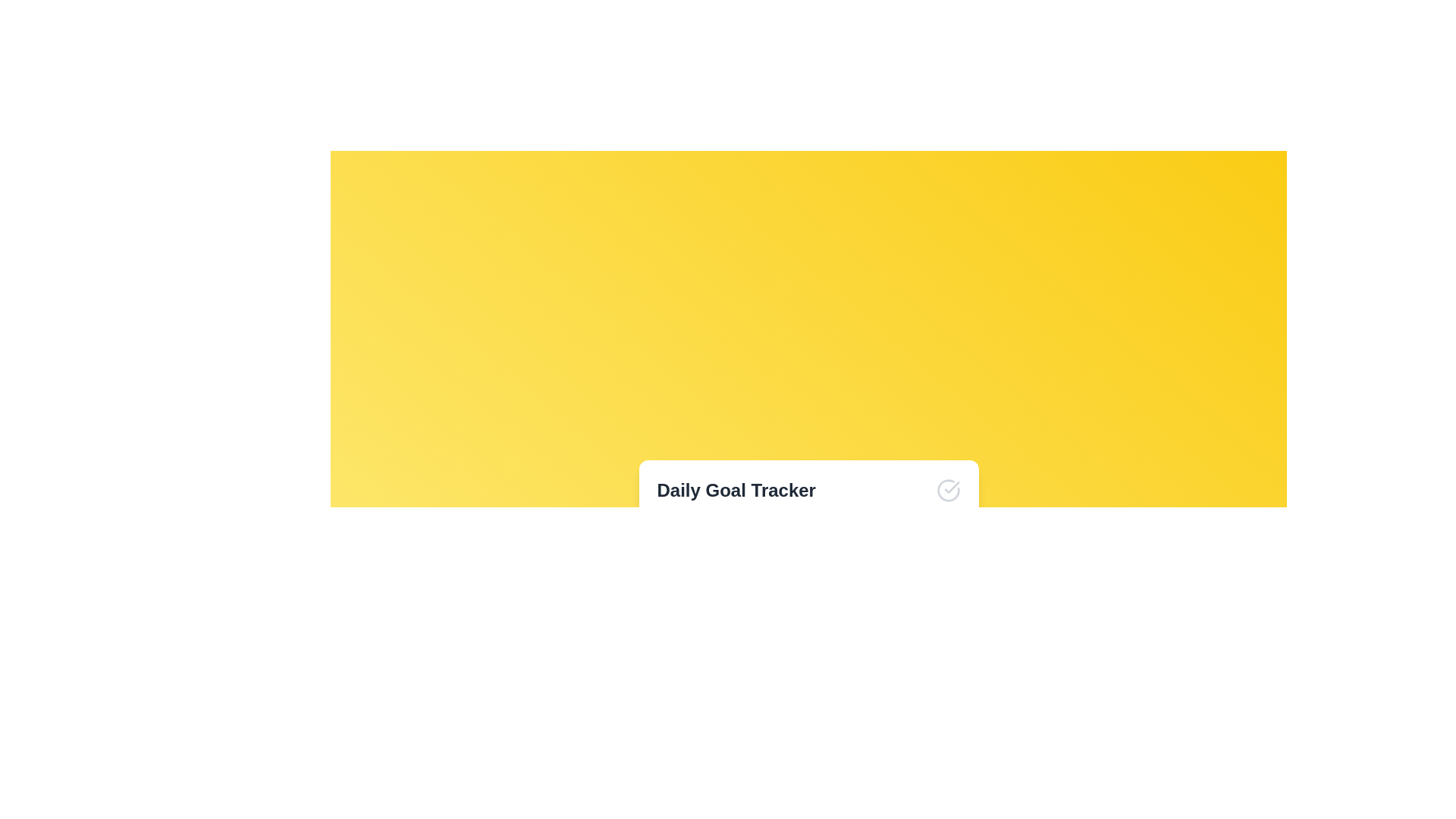 This screenshot has width=1456, height=819. What do you see at coordinates (947, 491) in the screenshot?
I see `circular checkmark icon, which indicates completion, located to the right of the 'Daily Goal Tracker' text` at bounding box center [947, 491].